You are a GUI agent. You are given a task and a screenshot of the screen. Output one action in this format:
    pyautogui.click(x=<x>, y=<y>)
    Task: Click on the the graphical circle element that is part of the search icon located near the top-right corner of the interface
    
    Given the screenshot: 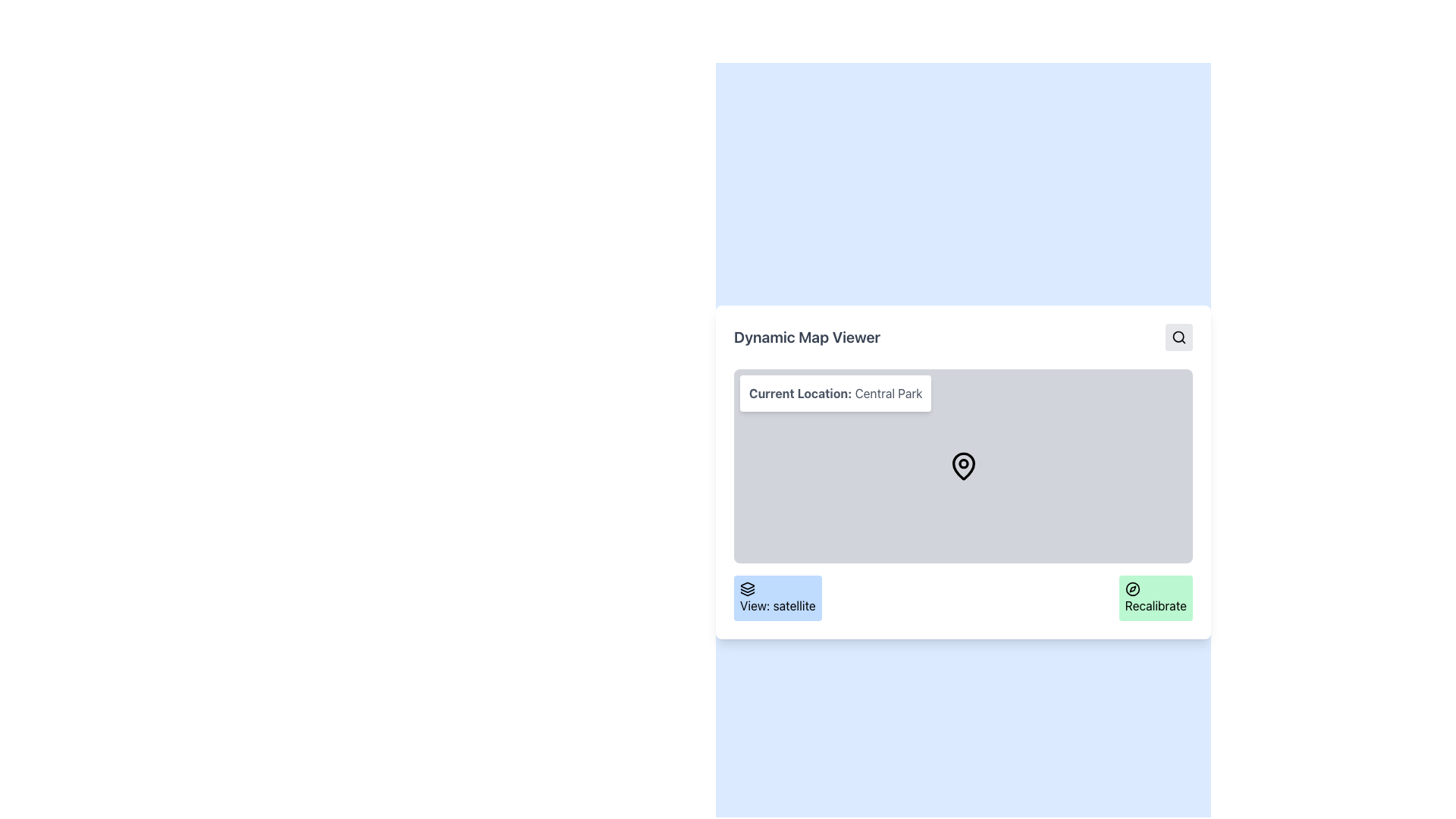 What is the action you would take?
    pyautogui.click(x=1178, y=336)
    